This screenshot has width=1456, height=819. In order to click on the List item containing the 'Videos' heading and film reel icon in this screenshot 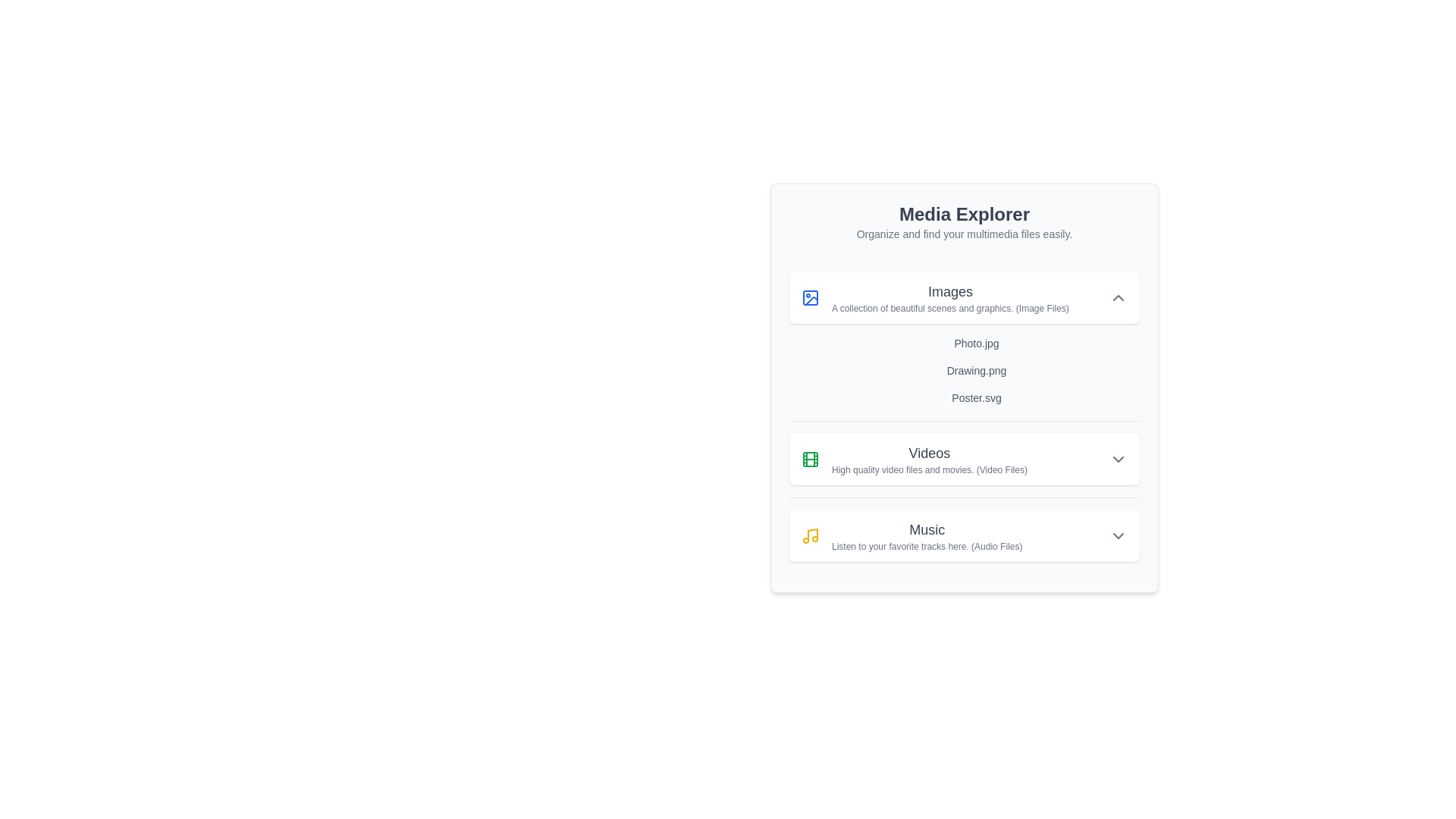, I will do `click(913, 458)`.